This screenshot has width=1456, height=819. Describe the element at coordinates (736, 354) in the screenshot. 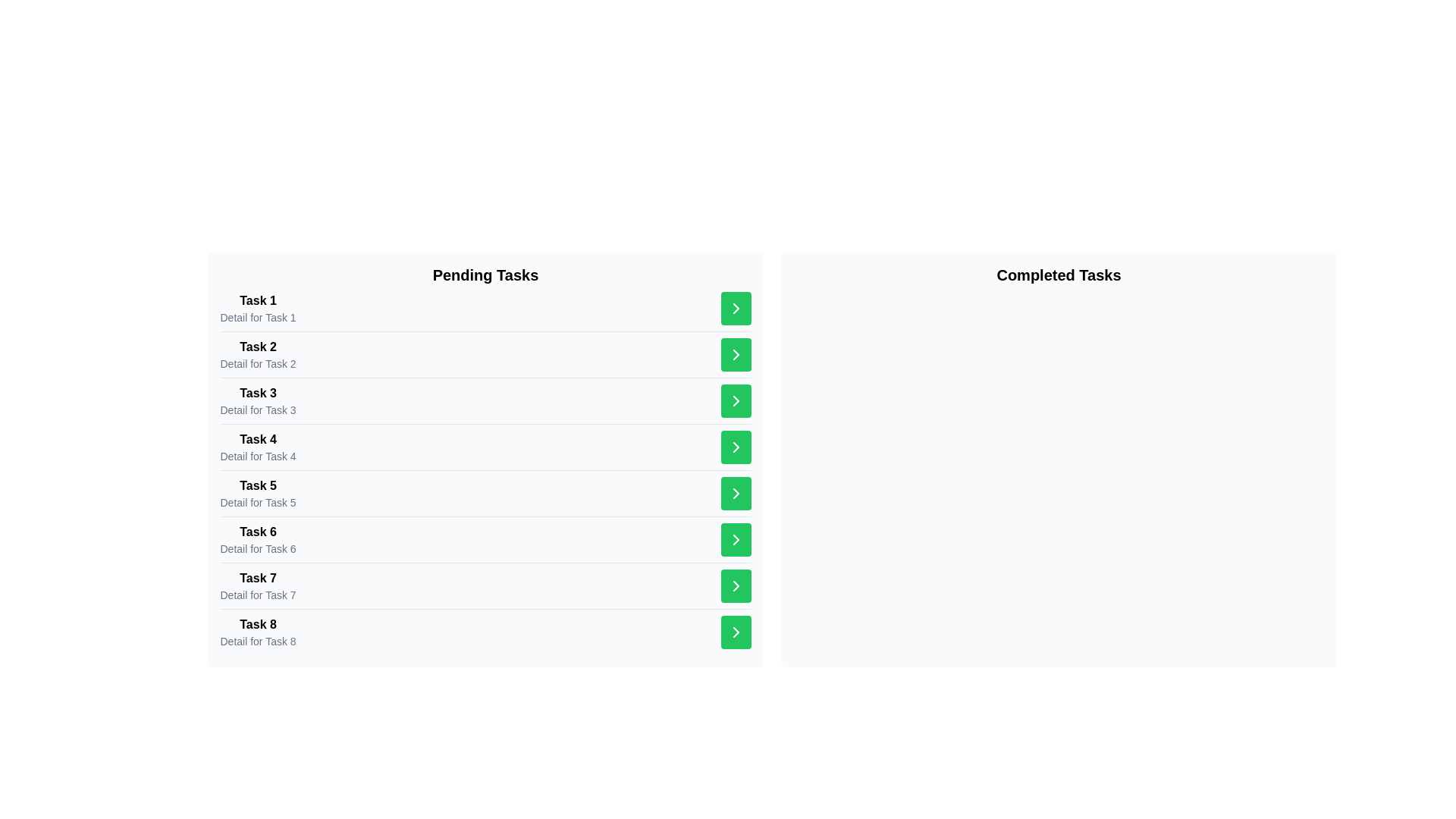

I see `the chevron icon inside the green button for 'Task 4' in the 'Pending Tasks' column to initiate a task-specific action` at that location.